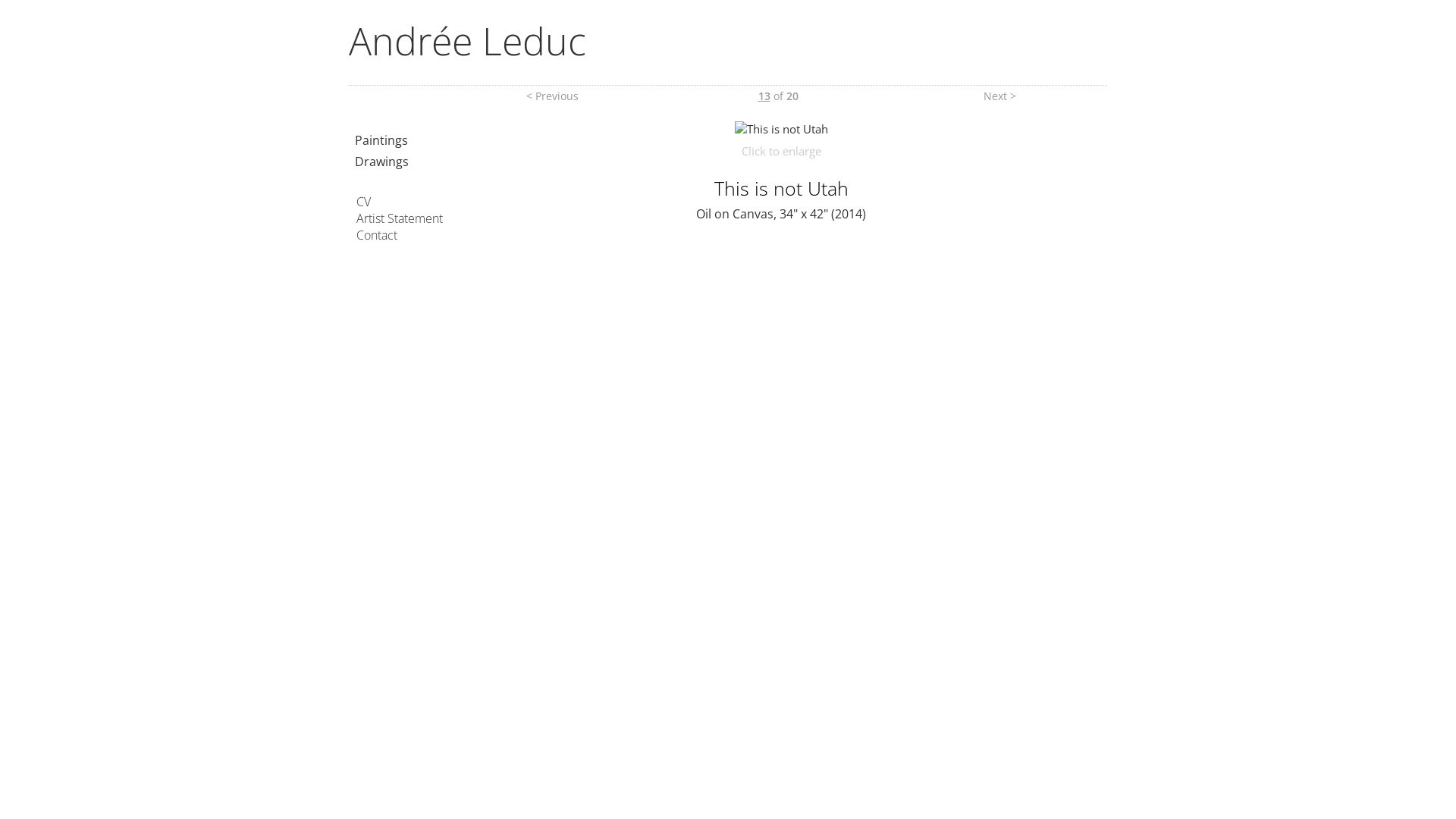 The image size is (1456, 819). I want to click on 'This is not Utah', so click(781, 127).